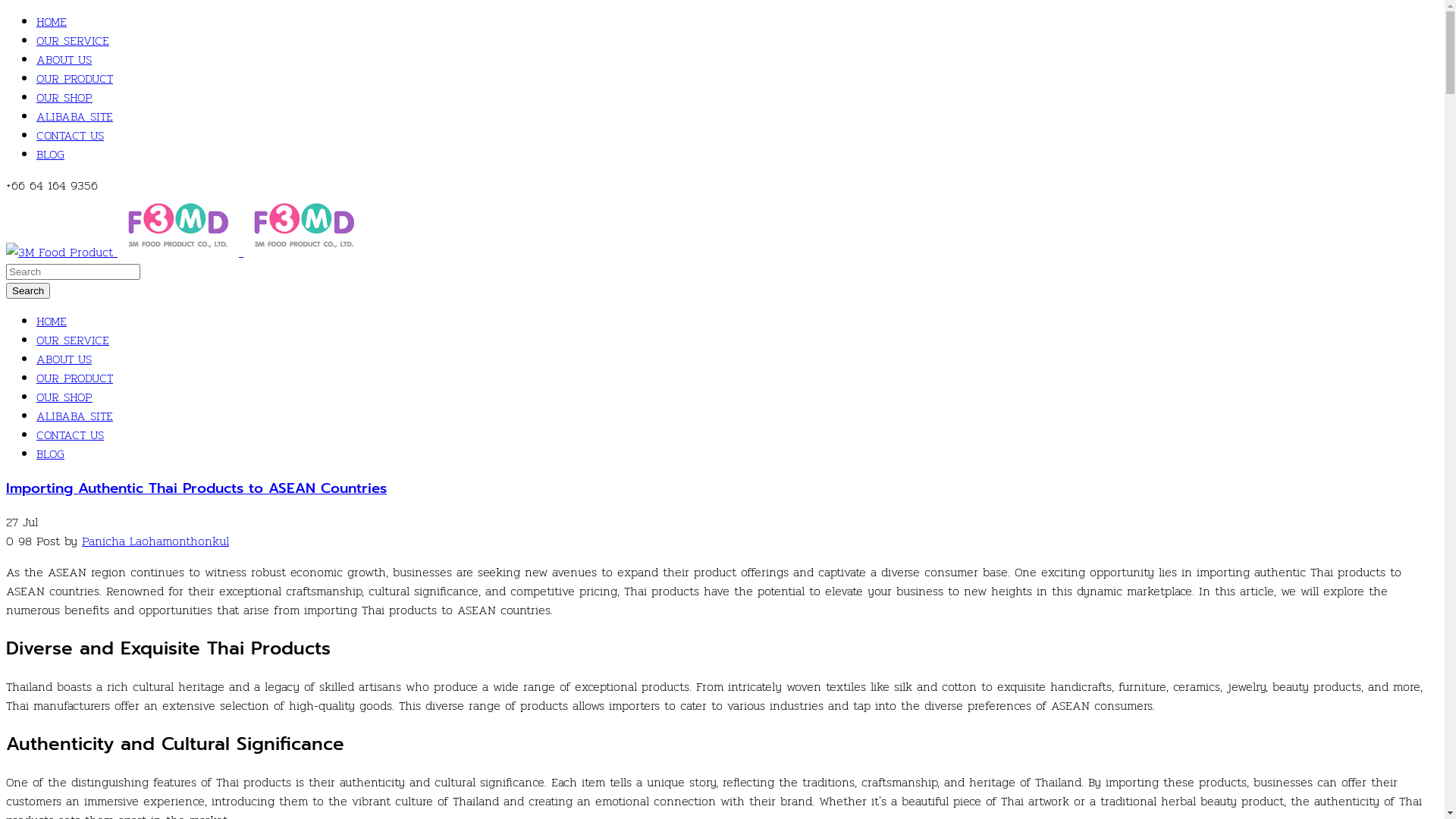 This screenshot has width=1456, height=819. Describe the element at coordinates (69, 435) in the screenshot. I see `'CONTACT US'` at that location.